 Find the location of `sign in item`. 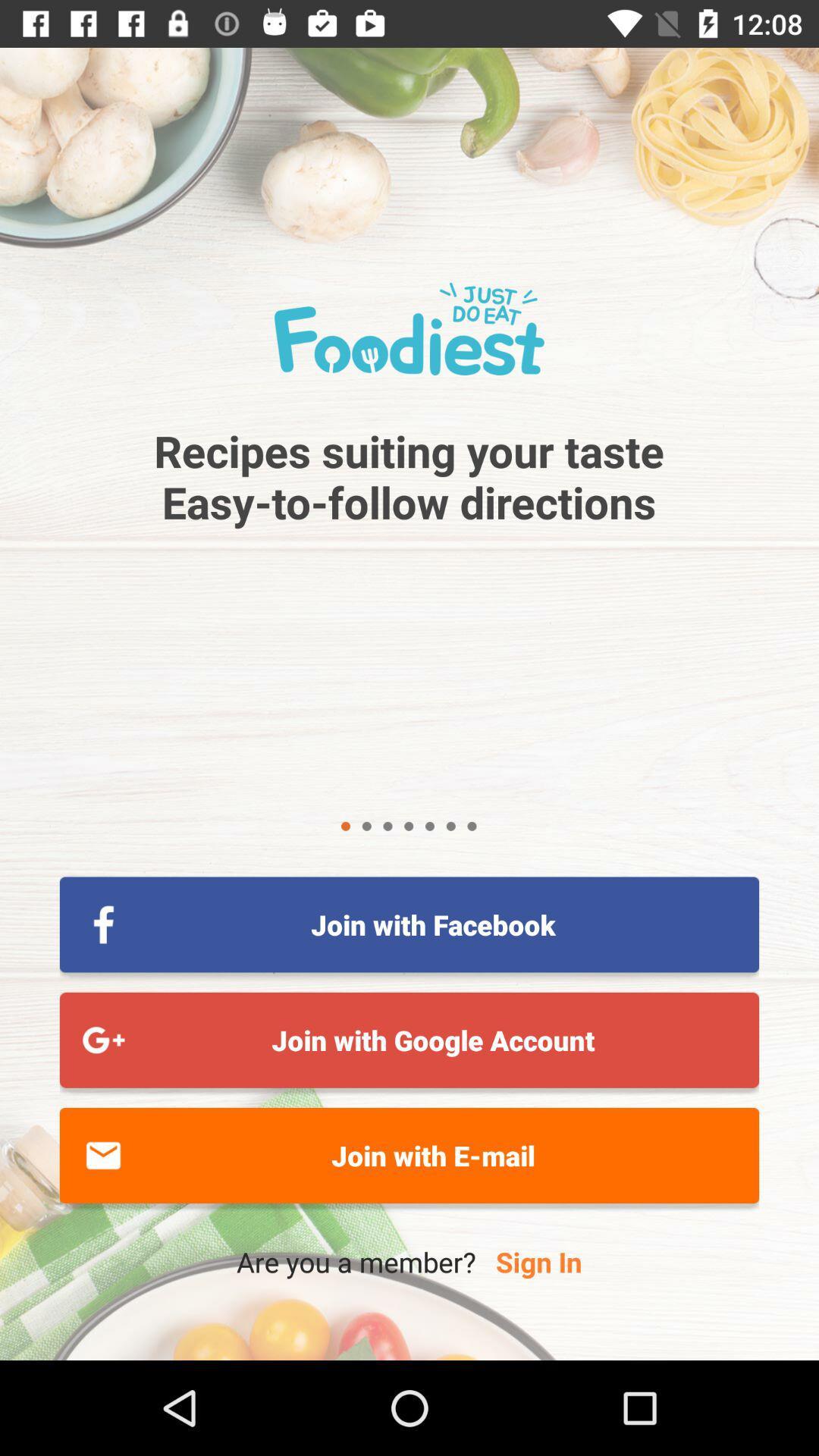

sign in item is located at coordinates (538, 1262).